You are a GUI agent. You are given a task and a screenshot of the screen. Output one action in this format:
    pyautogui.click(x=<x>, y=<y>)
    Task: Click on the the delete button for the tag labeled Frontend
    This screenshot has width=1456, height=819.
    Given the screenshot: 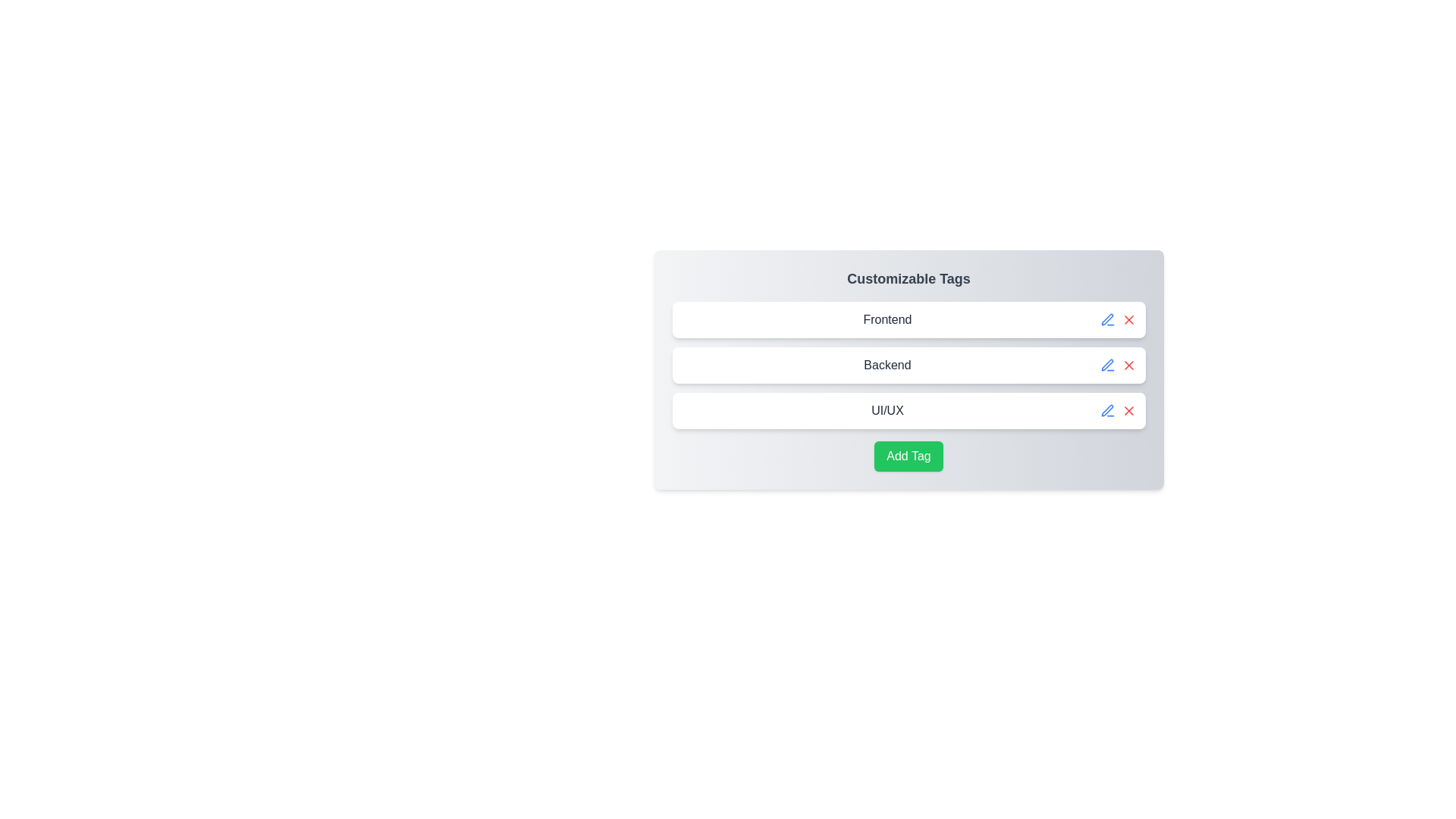 What is the action you would take?
    pyautogui.click(x=1128, y=318)
    